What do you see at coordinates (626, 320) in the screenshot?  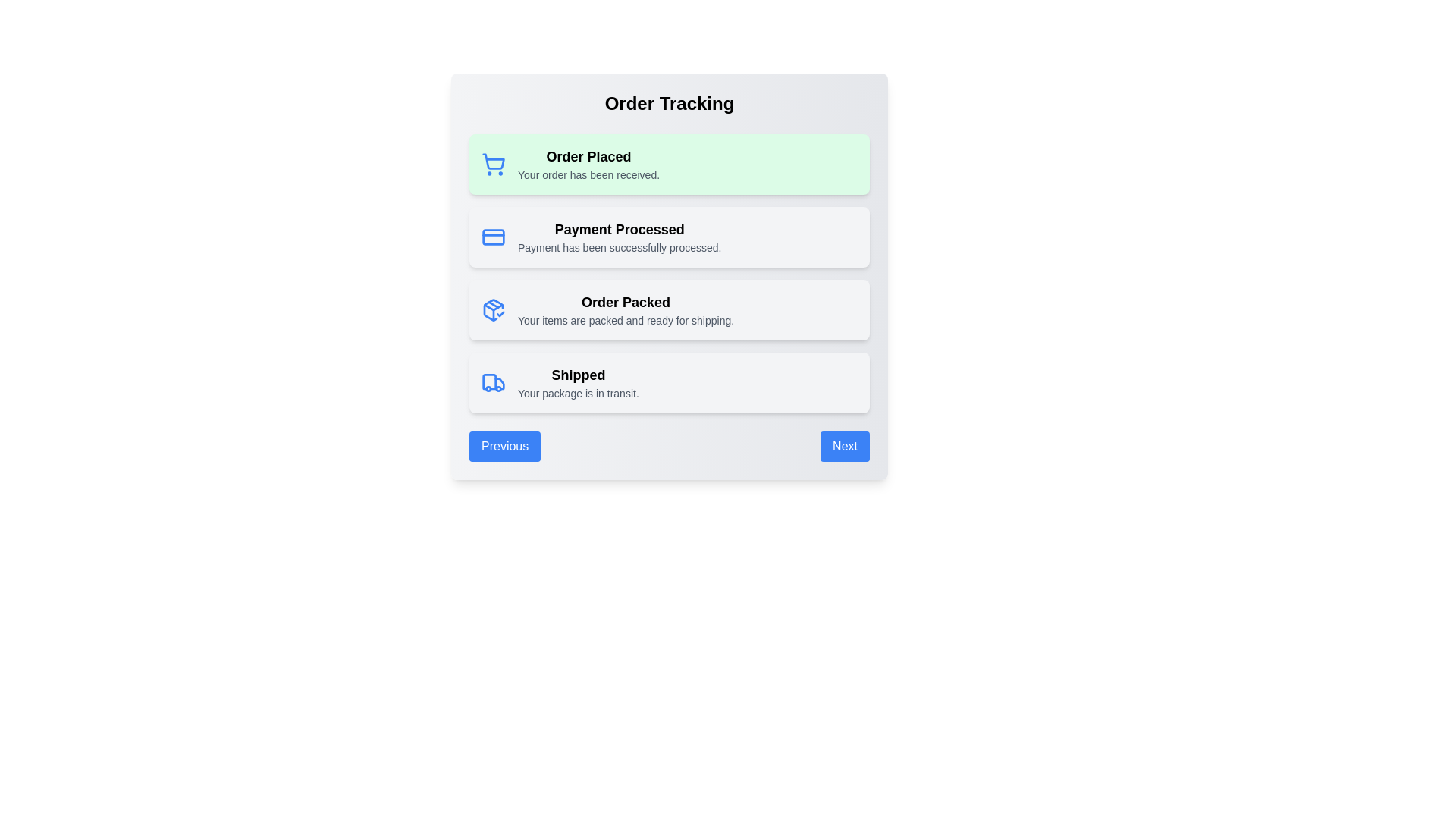 I see `the Text Label that provides status information about an order being packed and ready for shipping, located below the 'Order Packed' heading in the structured column` at bounding box center [626, 320].